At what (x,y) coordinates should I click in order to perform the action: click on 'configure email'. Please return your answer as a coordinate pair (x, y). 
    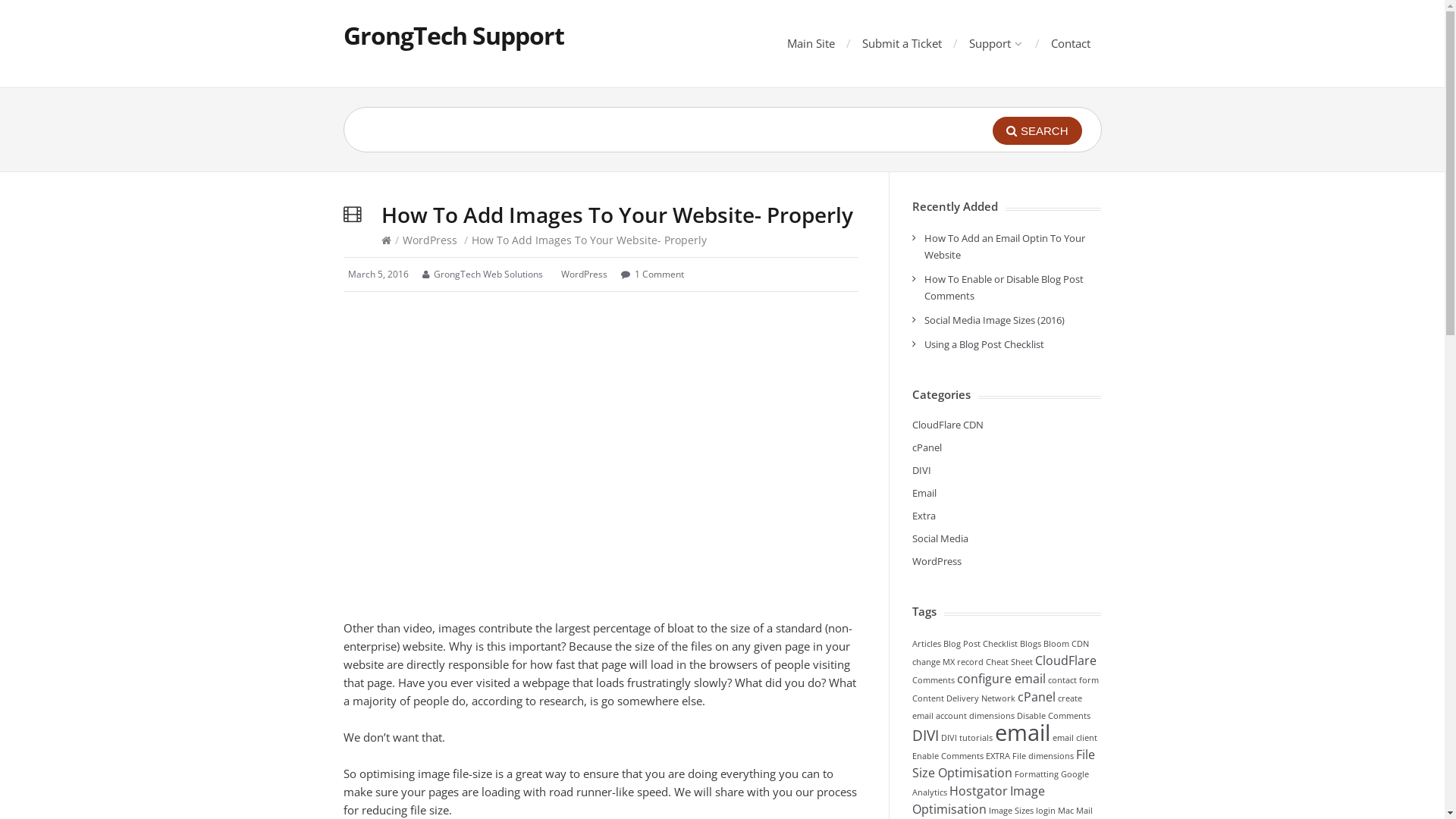
    Looking at the image, I should click on (1001, 677).